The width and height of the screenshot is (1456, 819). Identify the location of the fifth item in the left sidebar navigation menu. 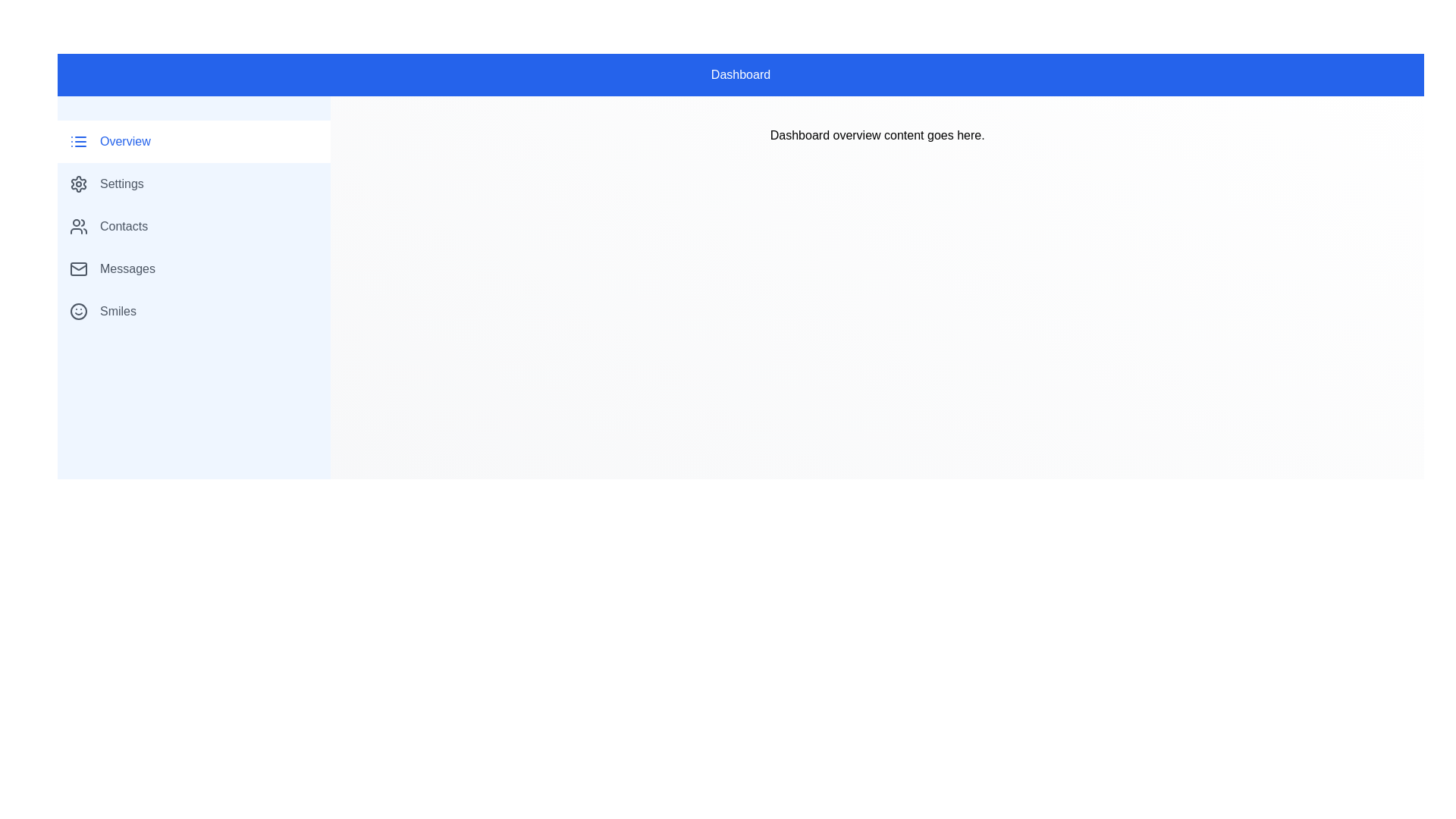
(193, 311).